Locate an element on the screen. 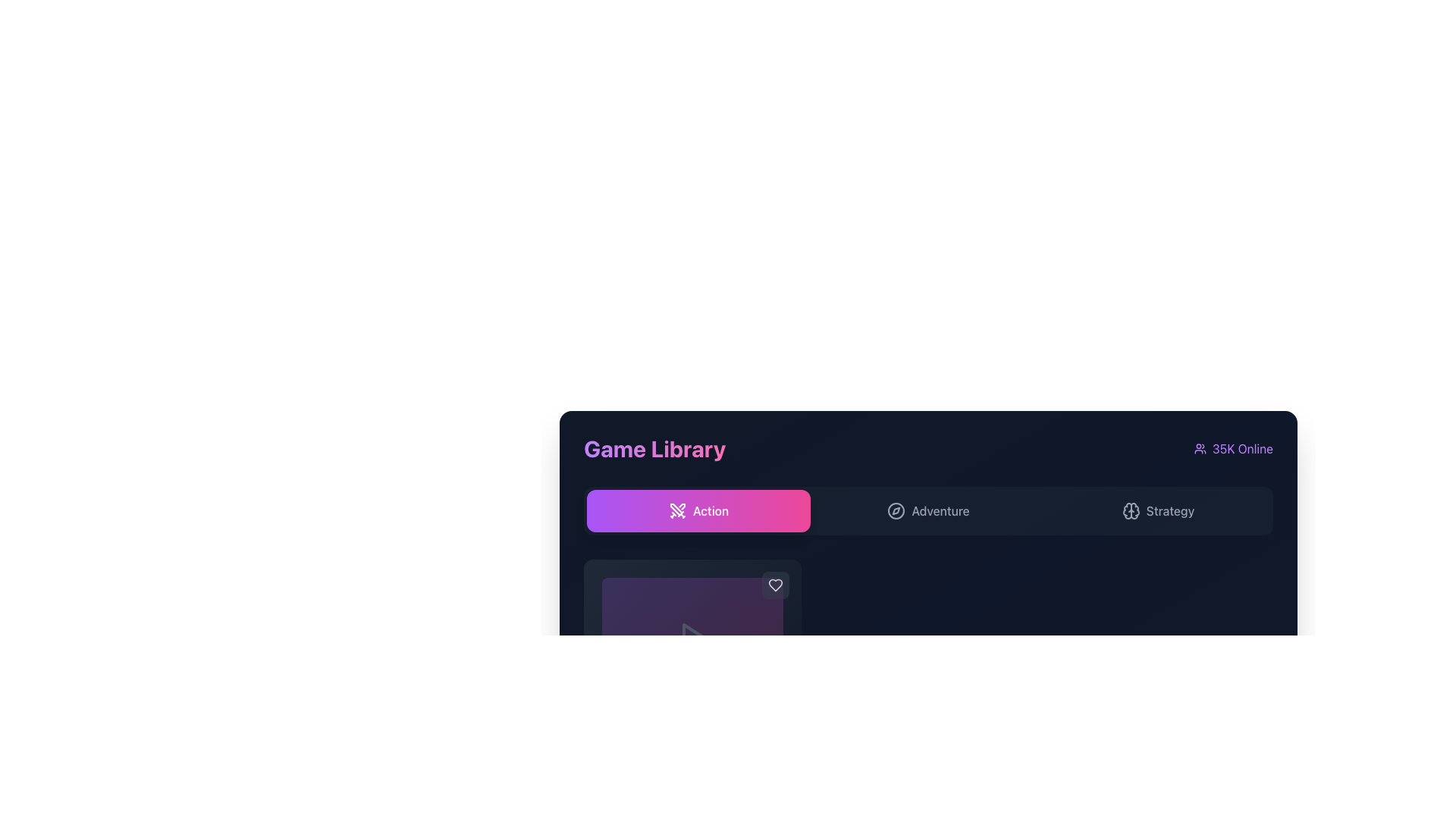 The height and width of the screenshot is (819, 1456). the strategy games navigation button, which is the third tab in a group of three tabs, located to the right of the 'Adventure' tab and left-aligned with the 'Action' tab, situated in the top-right section below the 'Game Library' header is located at coordinates (1157, 511).